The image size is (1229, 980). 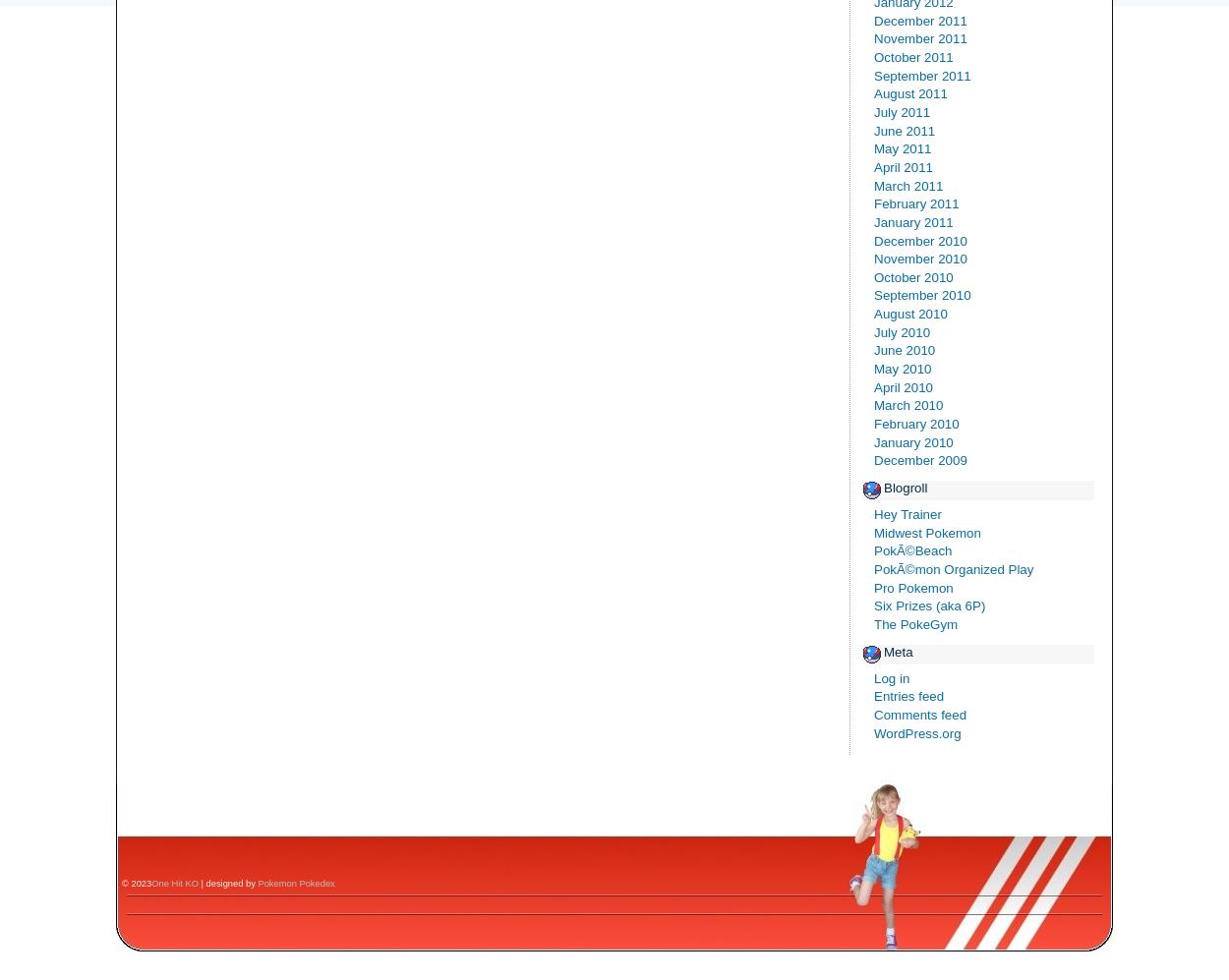 I want to click on 'November 2010', so click(x=920, y=258).